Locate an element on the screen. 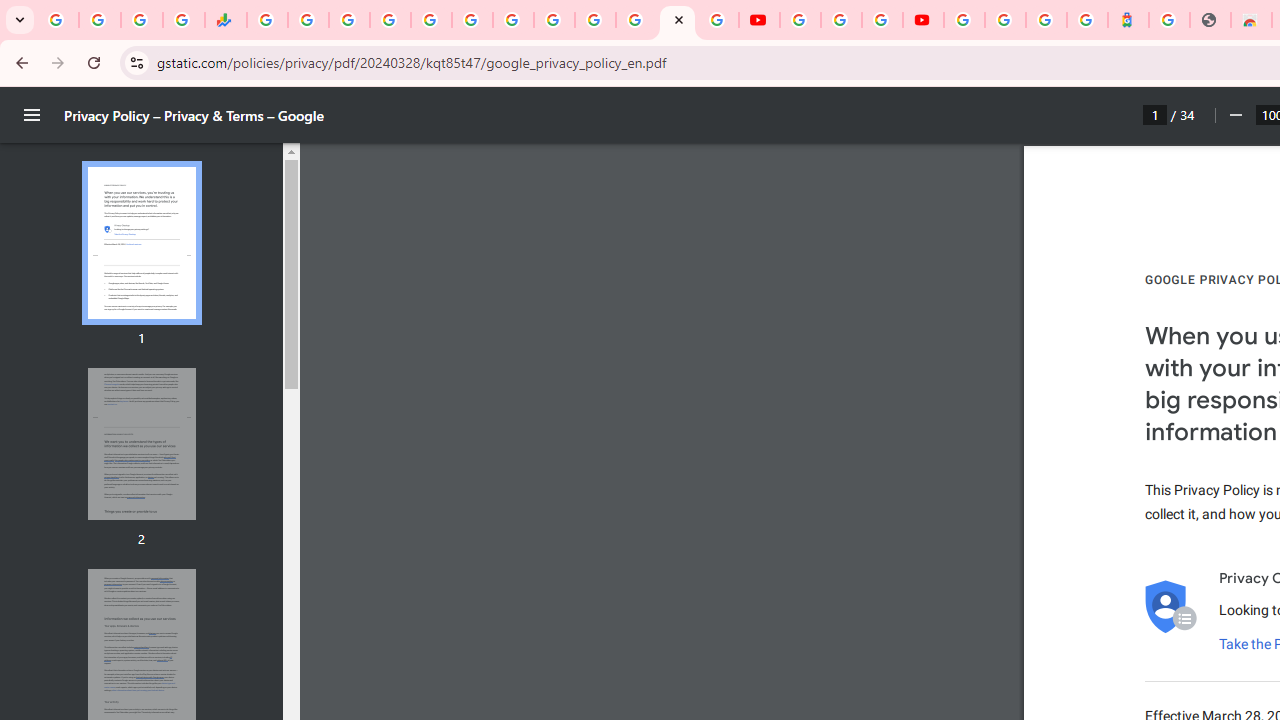 Image resolution: width=1280 pixels, height=720 pixels. 'YouTube' is located at coordinates (758, 20).